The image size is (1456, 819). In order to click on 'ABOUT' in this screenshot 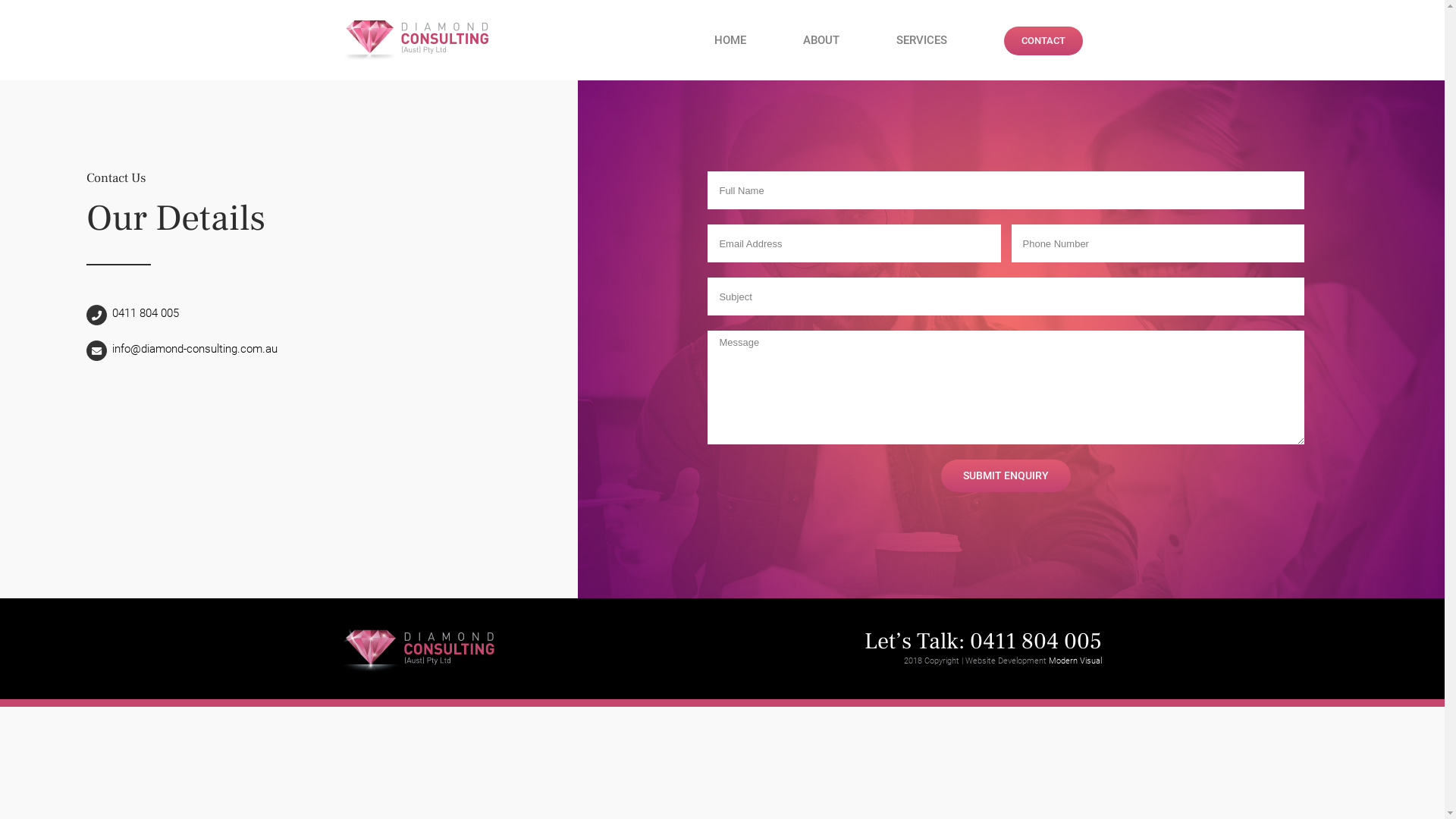, I will do `click(783, 39)`.